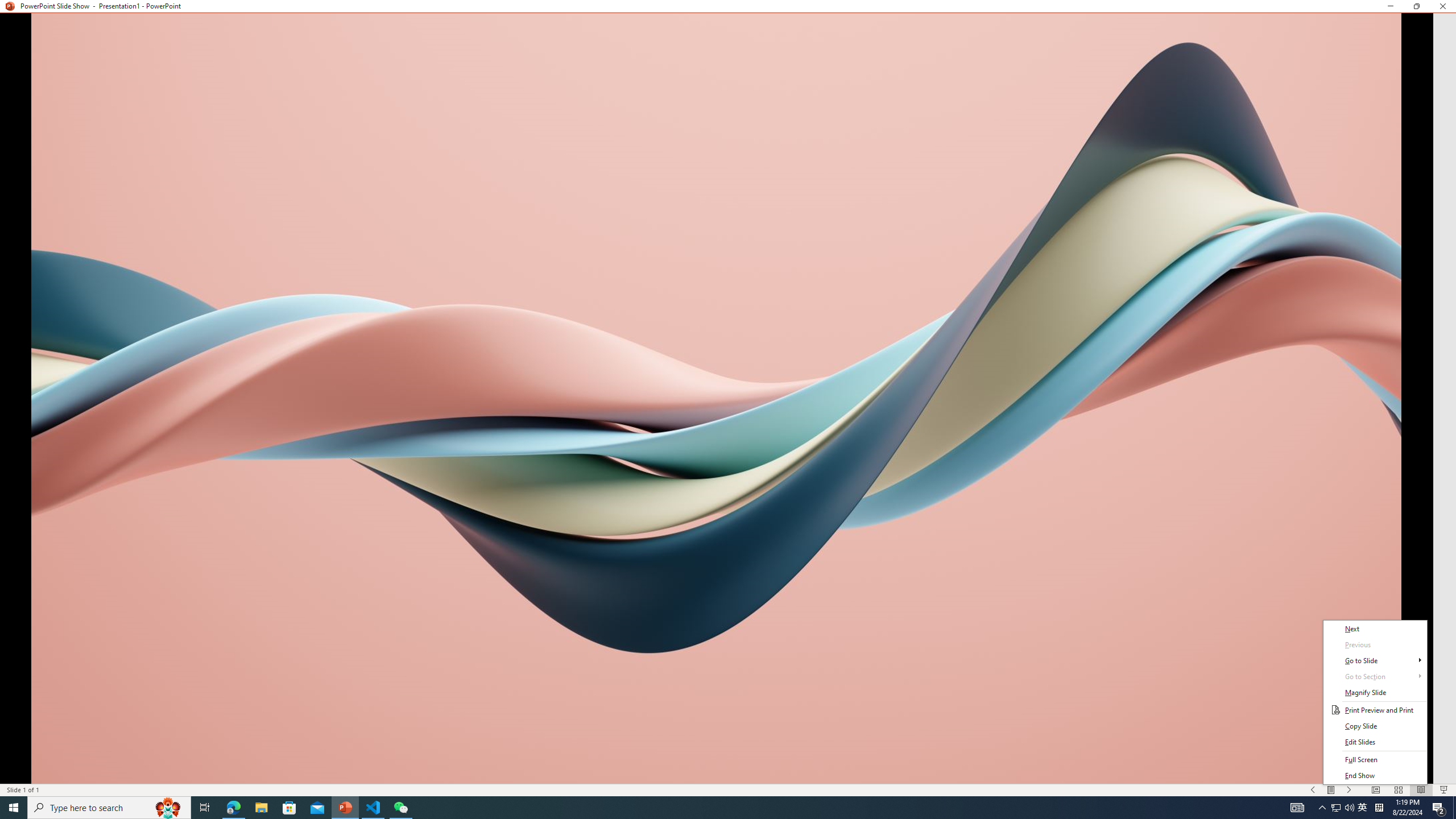  I want to click on 'Full Screen', so click(1375, 760).